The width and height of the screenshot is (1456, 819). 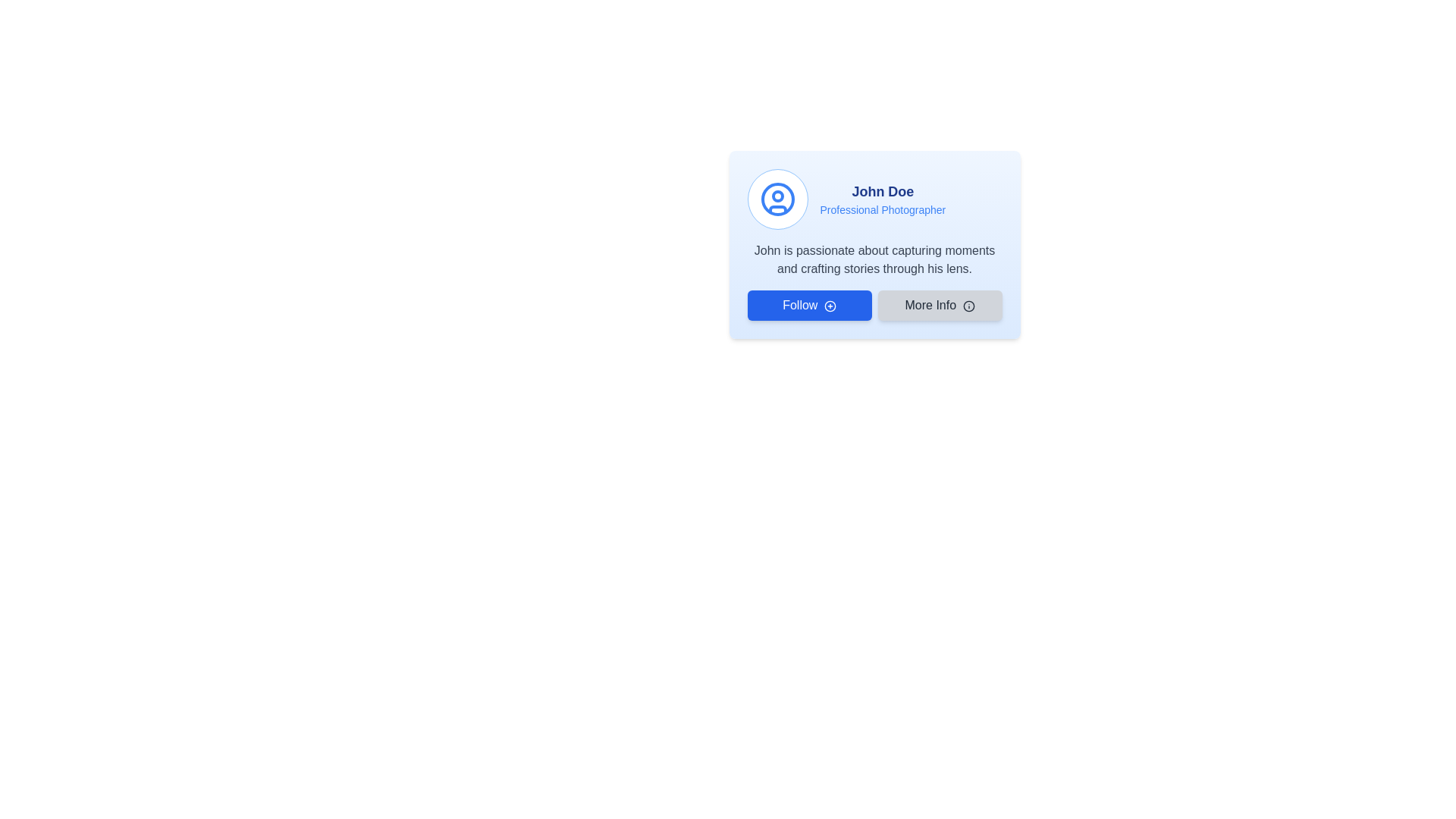 What do you see at coordinates (829, 306) in the screenshot?
I see `the circular blue icon with a plus sign inside it, located within the 'Follow' button on the right side of the button's text` at bounding box center [829, 306].